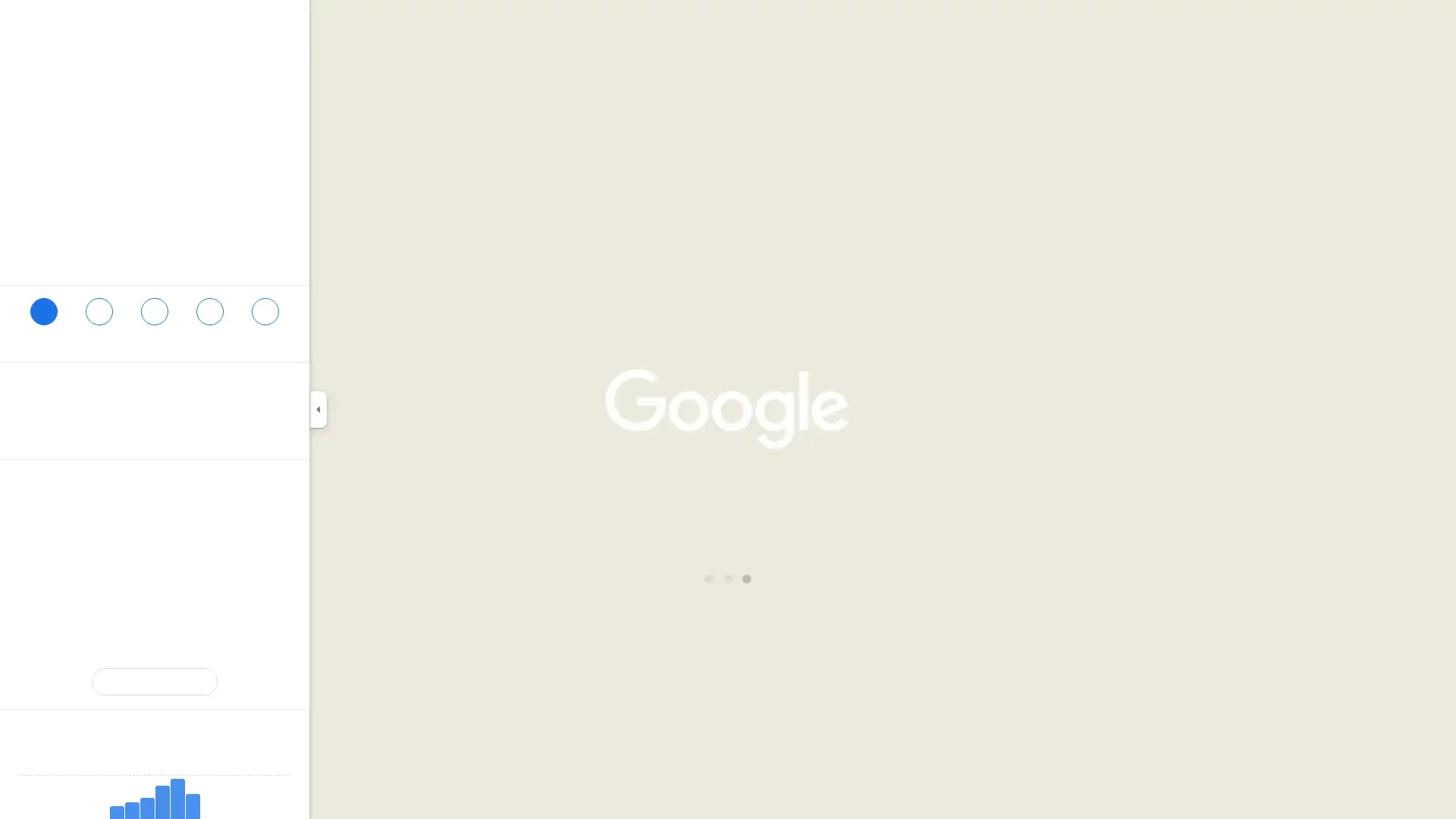 Image resolution: width=1456 pixels, height=819 pixels. Describe the element at coordinates (22, 788) in the screenshot. I see `Go to the previous day` at that location.